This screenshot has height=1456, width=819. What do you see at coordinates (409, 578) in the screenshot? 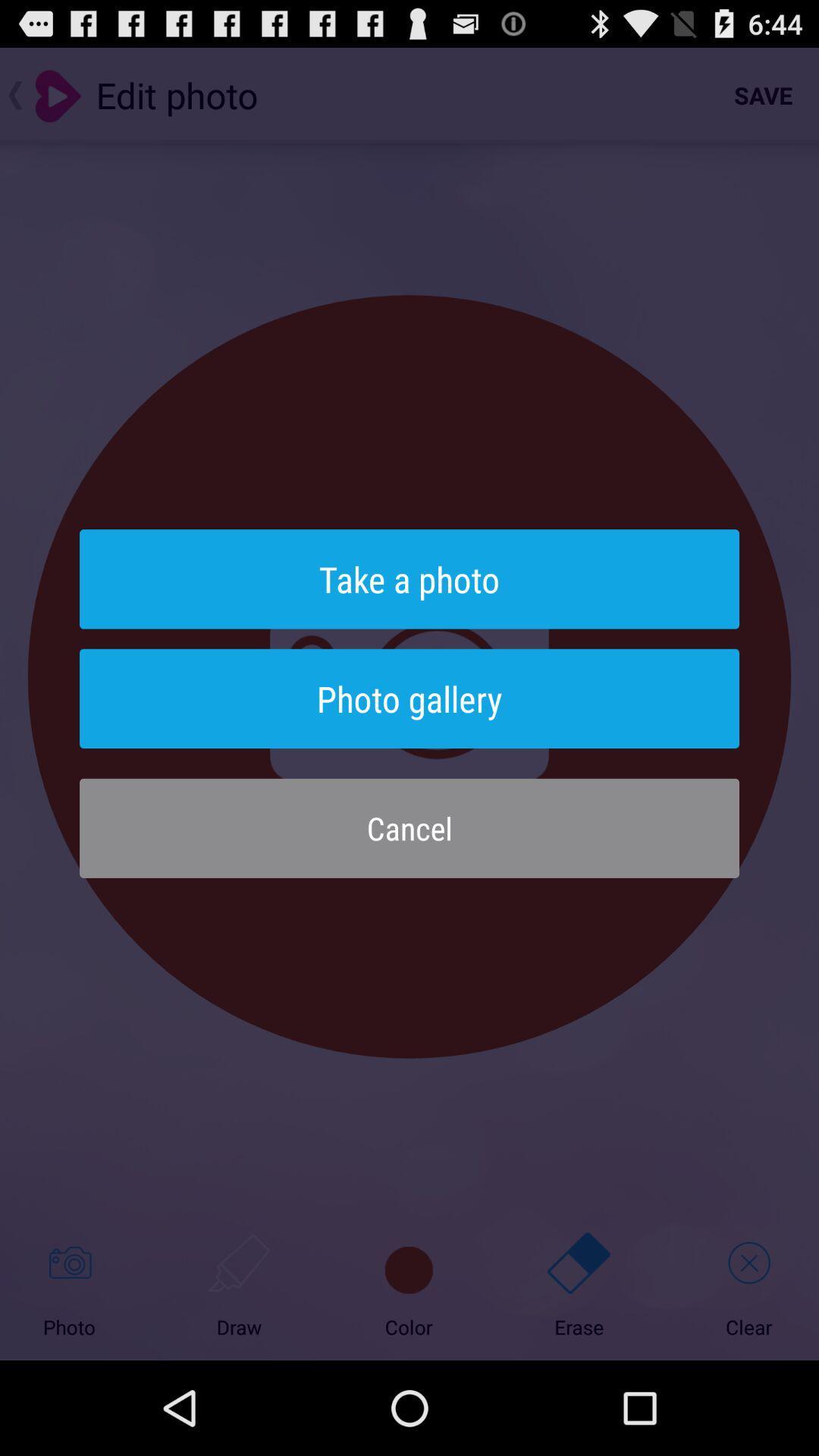
I see `take a photo button` at bounding box center [409, 578].